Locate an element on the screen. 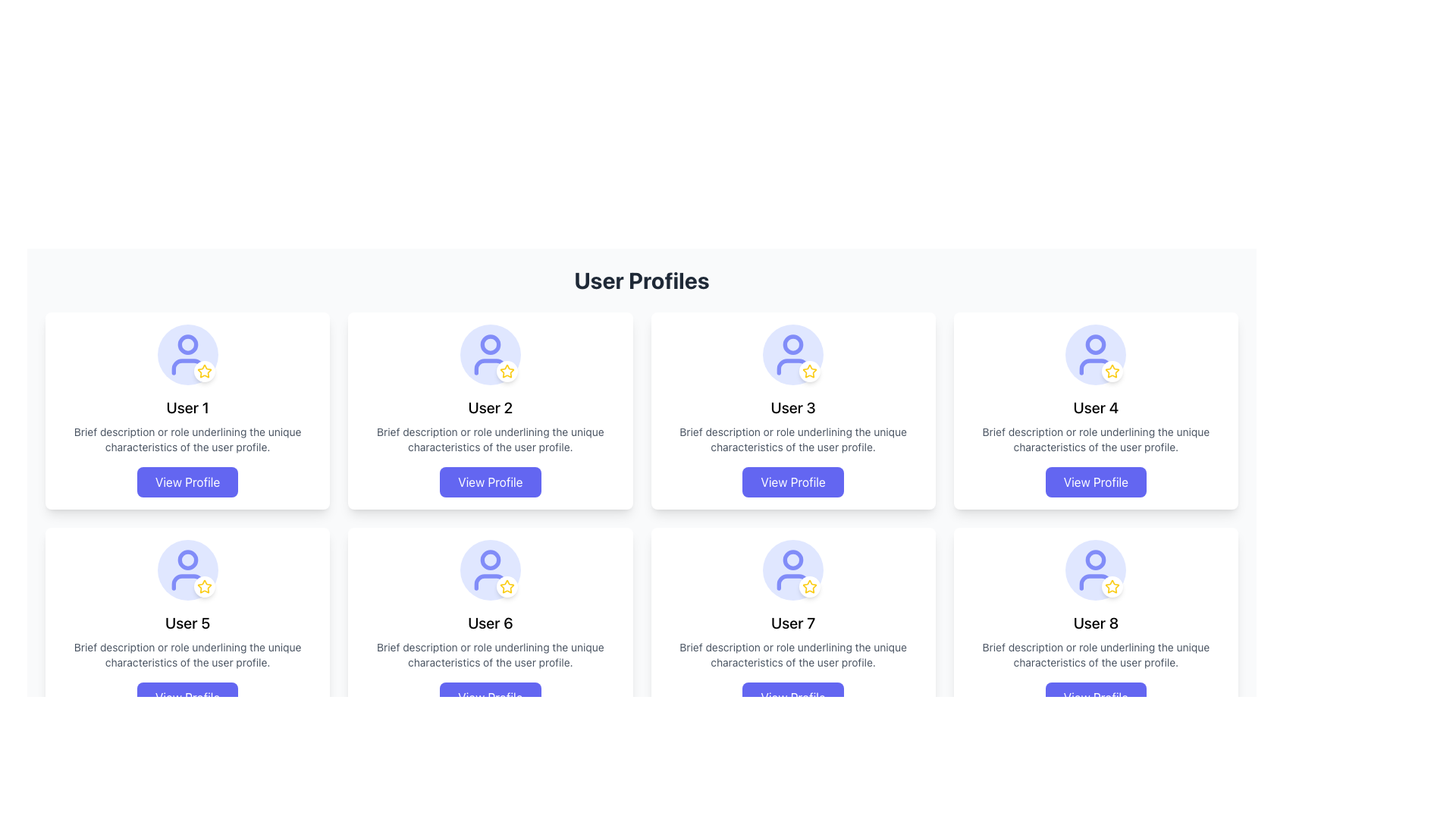 The height and width of the screenshot is (819, 1456). the descriptive label text located in the user profile card for 'User 1', which is positioned below the 'User 1' title and above the 'View Profile' button is located at coordinates (187, 439).